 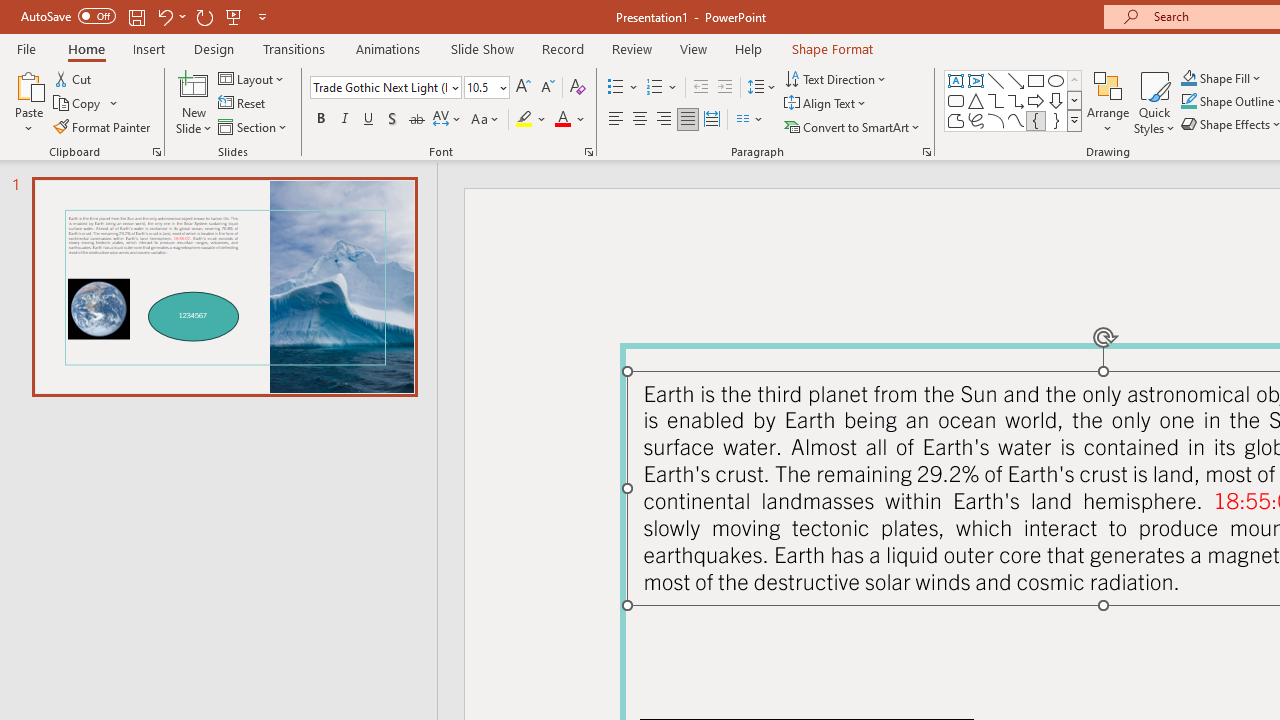 I want to click on 'Strikethrough', so click(x=415, y=119).